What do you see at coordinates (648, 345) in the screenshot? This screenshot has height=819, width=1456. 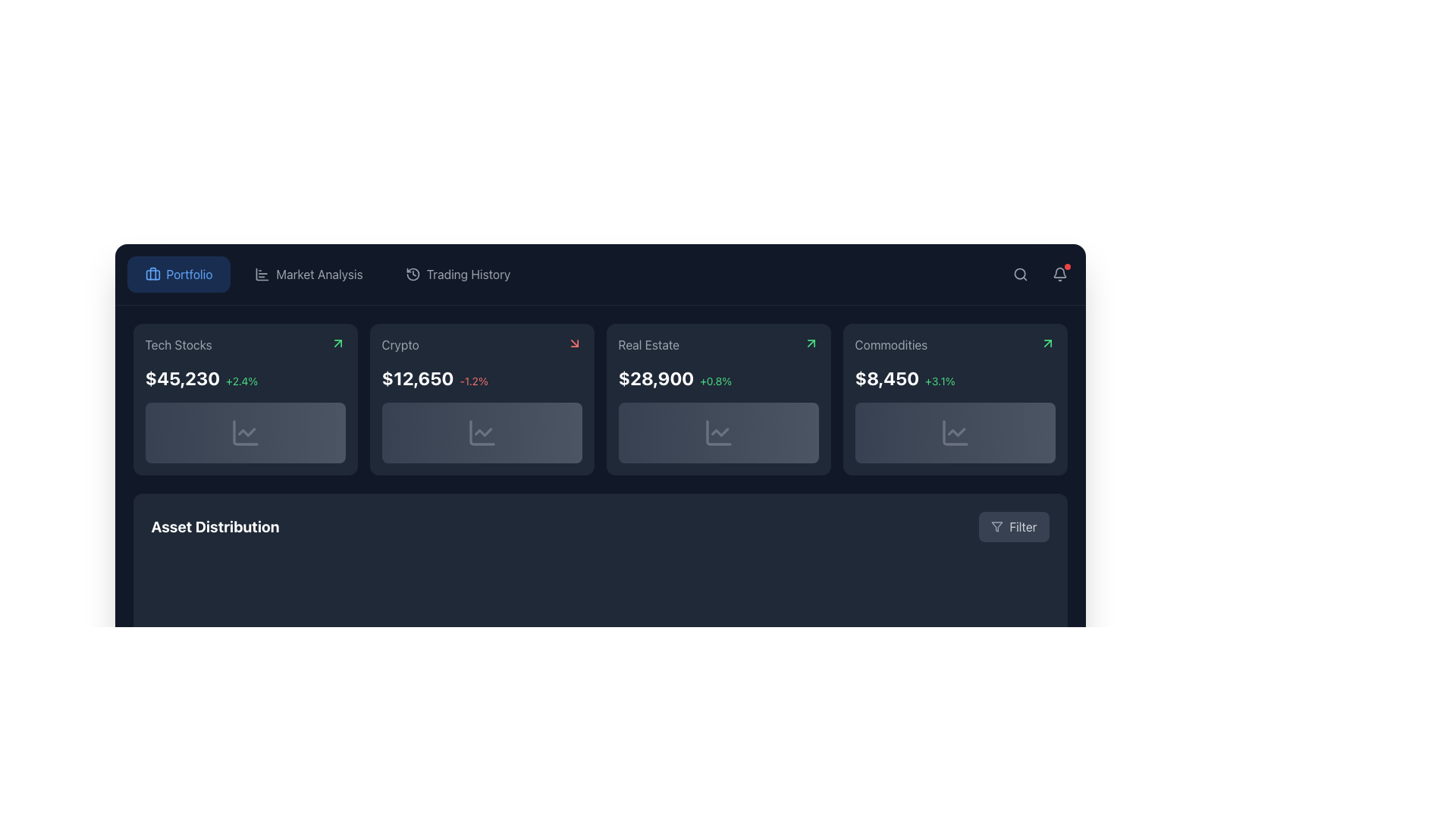 I see `the 'Real Estate' text label with a gray font color located at the top-left corner of the third card in a horizontal list of cards` at bounding box center [648, 345].